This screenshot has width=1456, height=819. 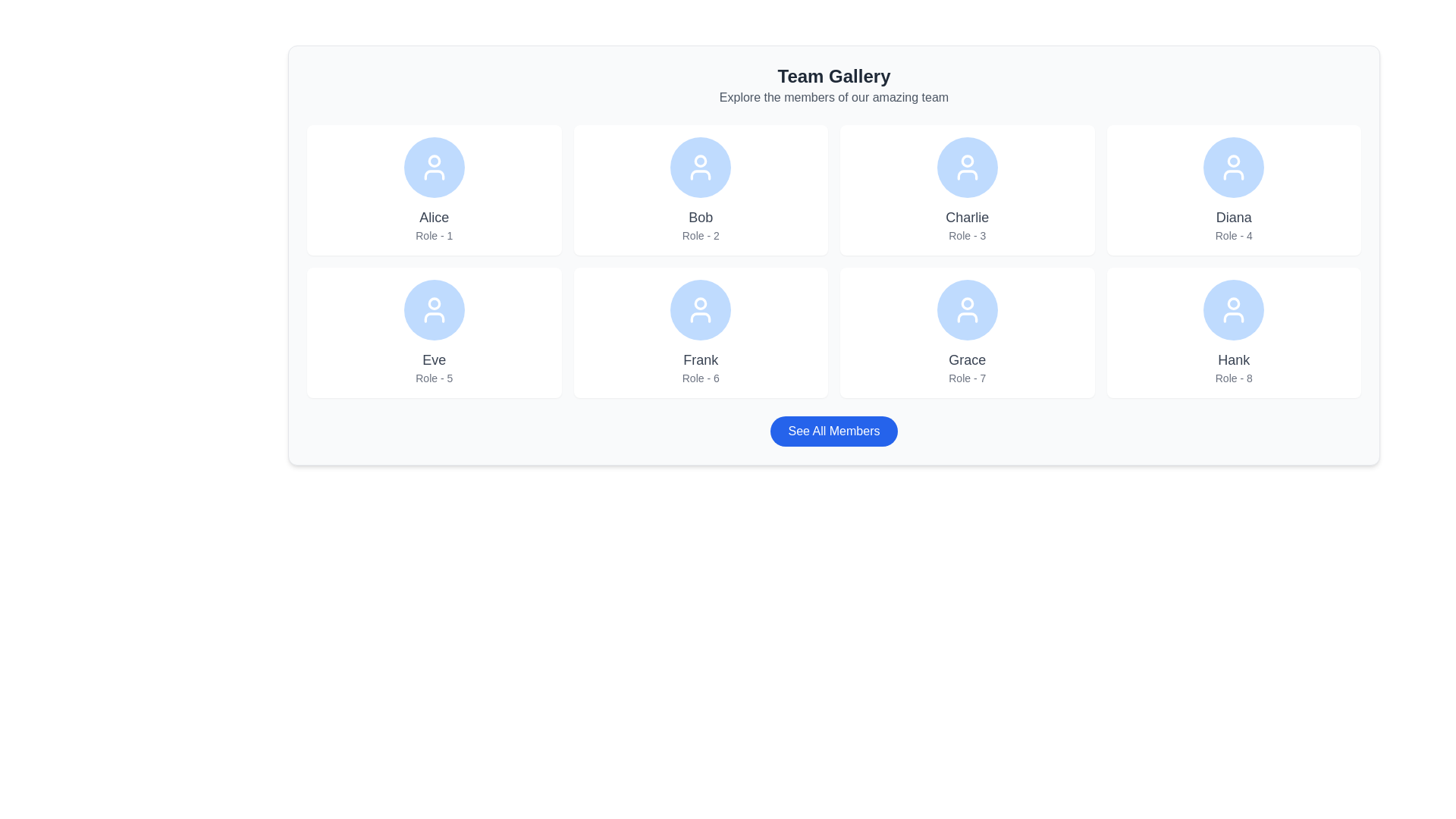 What do you see at coordinates (966, 161) in the screenshot?
I see `the upper circular graphical element representing the user profile of 'Charlie - Role 3' in the user icon grid` at bounding box center [966, 161].